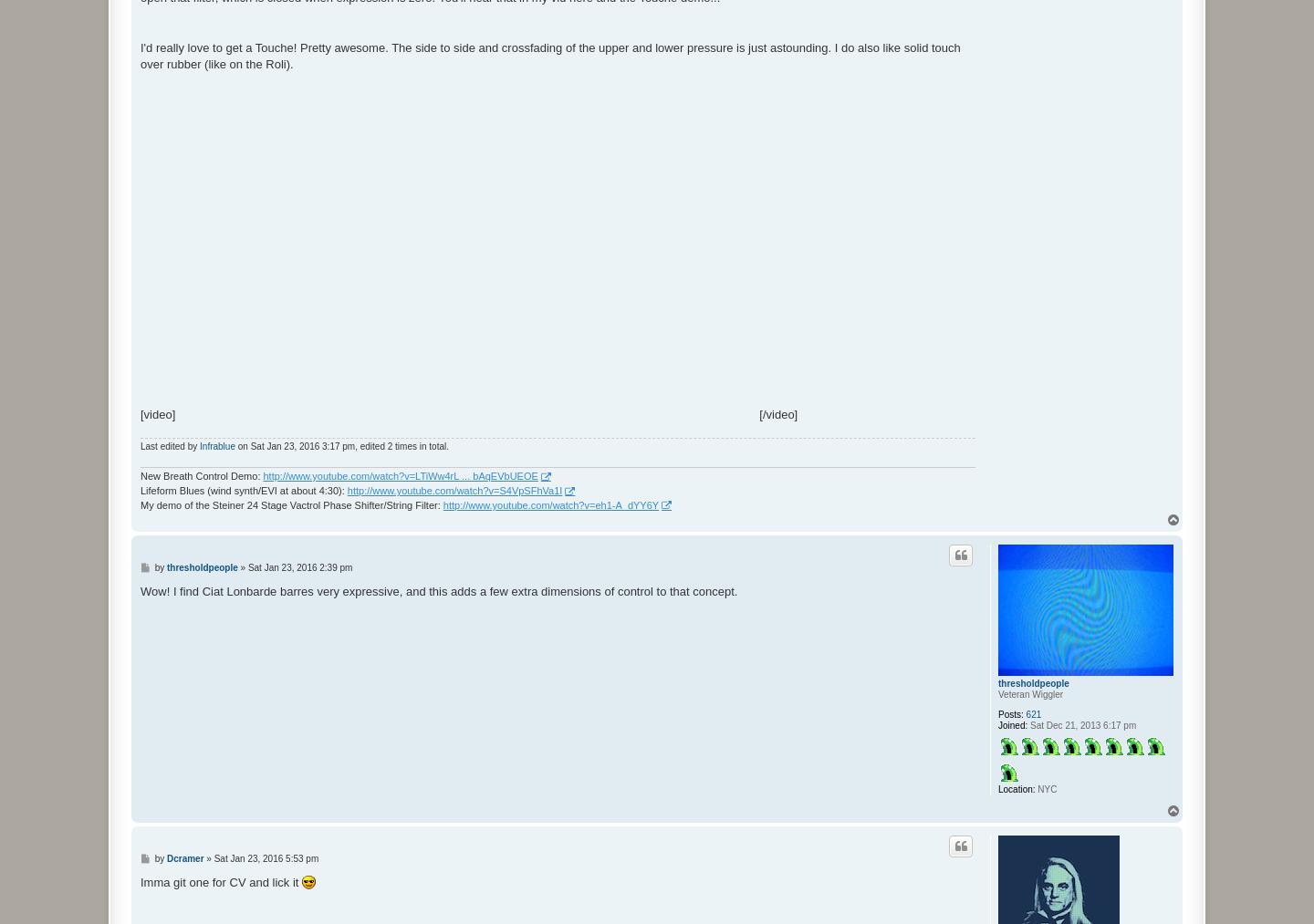 The height and width of the screenshot is (924, 1314). I want to click on 'Joined:', so click(1011, 724).